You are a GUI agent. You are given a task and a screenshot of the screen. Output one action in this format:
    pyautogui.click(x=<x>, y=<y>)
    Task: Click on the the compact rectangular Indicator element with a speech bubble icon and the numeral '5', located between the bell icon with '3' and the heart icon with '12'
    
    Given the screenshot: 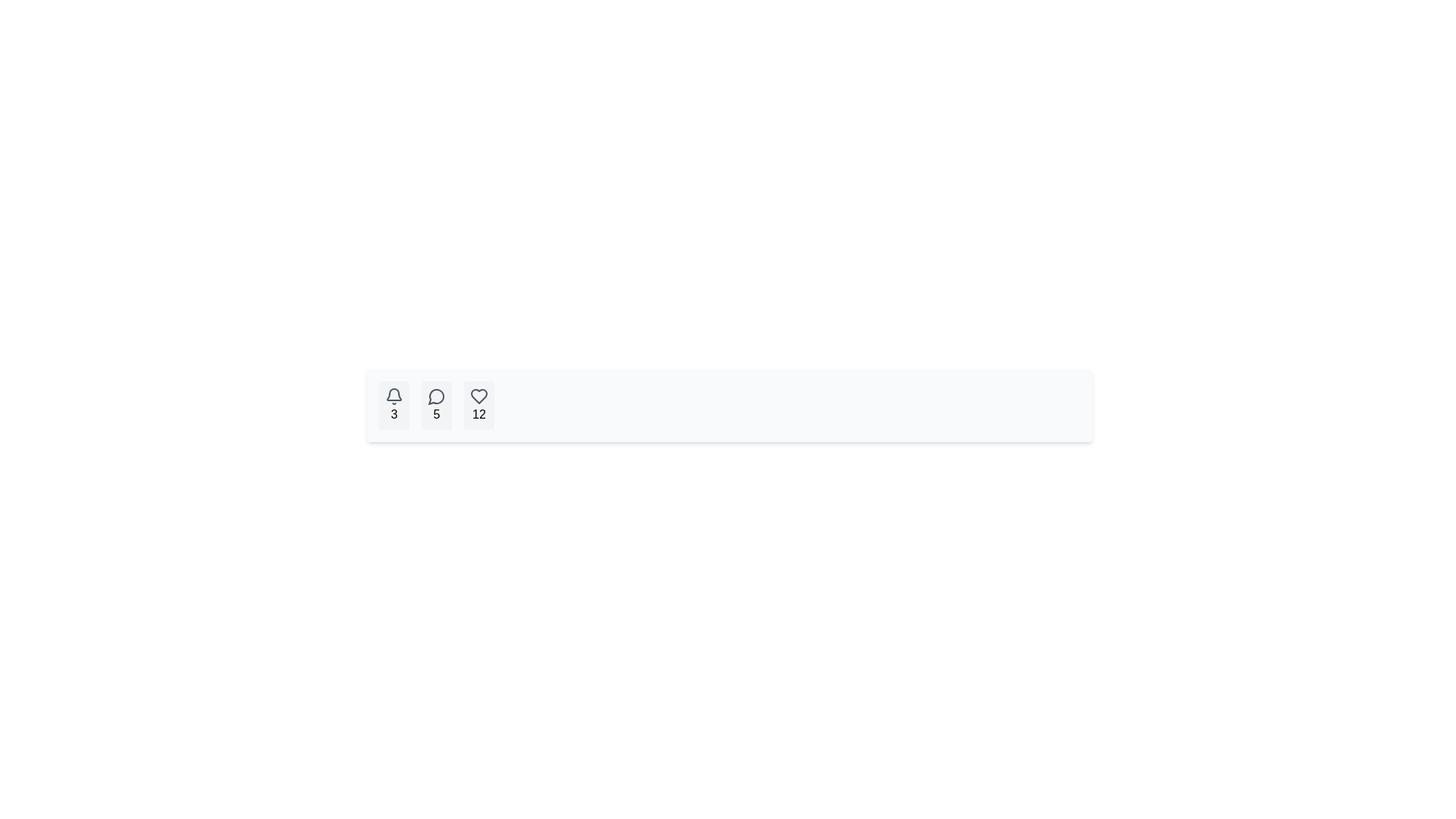 What is the action you would take?
    pyautogui.click(x=436, y=405)
    